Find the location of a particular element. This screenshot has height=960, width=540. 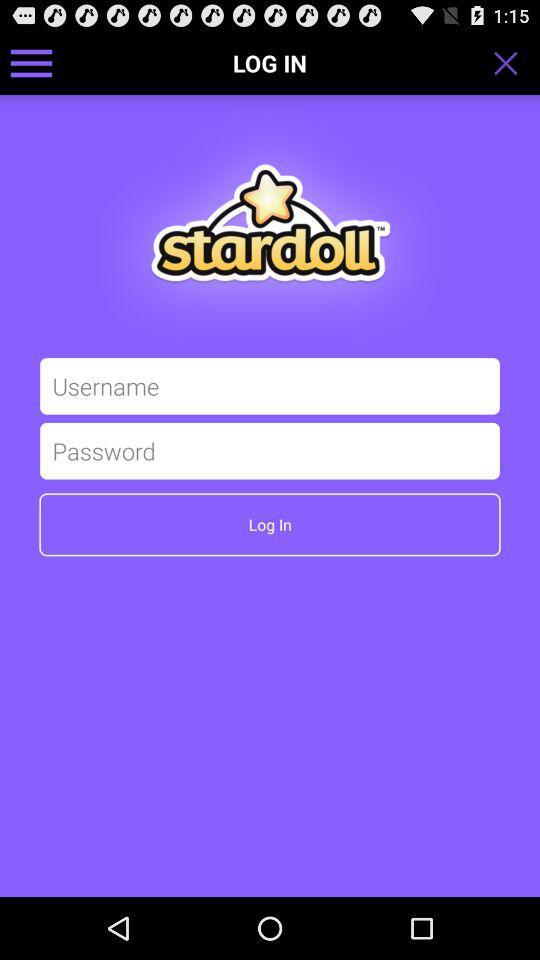

username is located at coordinates (270, 385).